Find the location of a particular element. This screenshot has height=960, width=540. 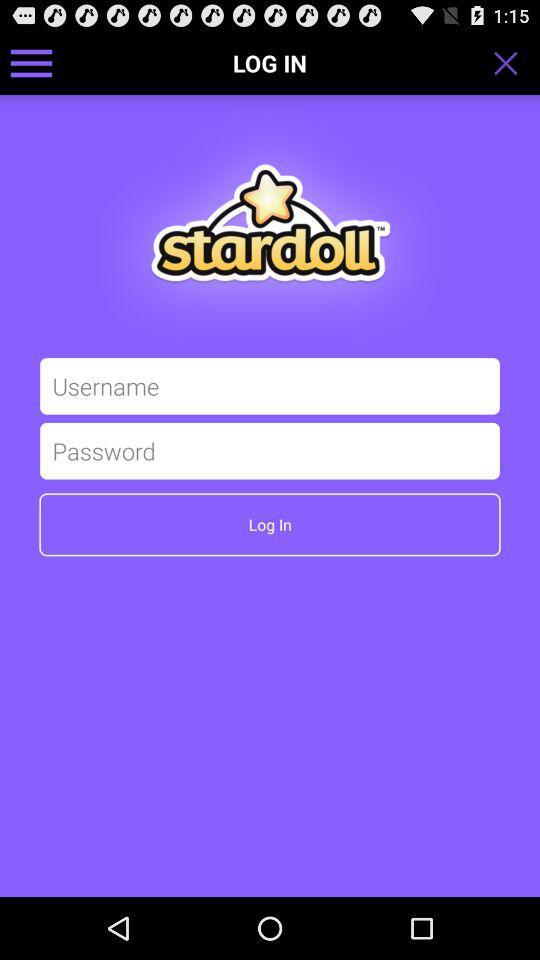

username is located at coordinates (270, 385).